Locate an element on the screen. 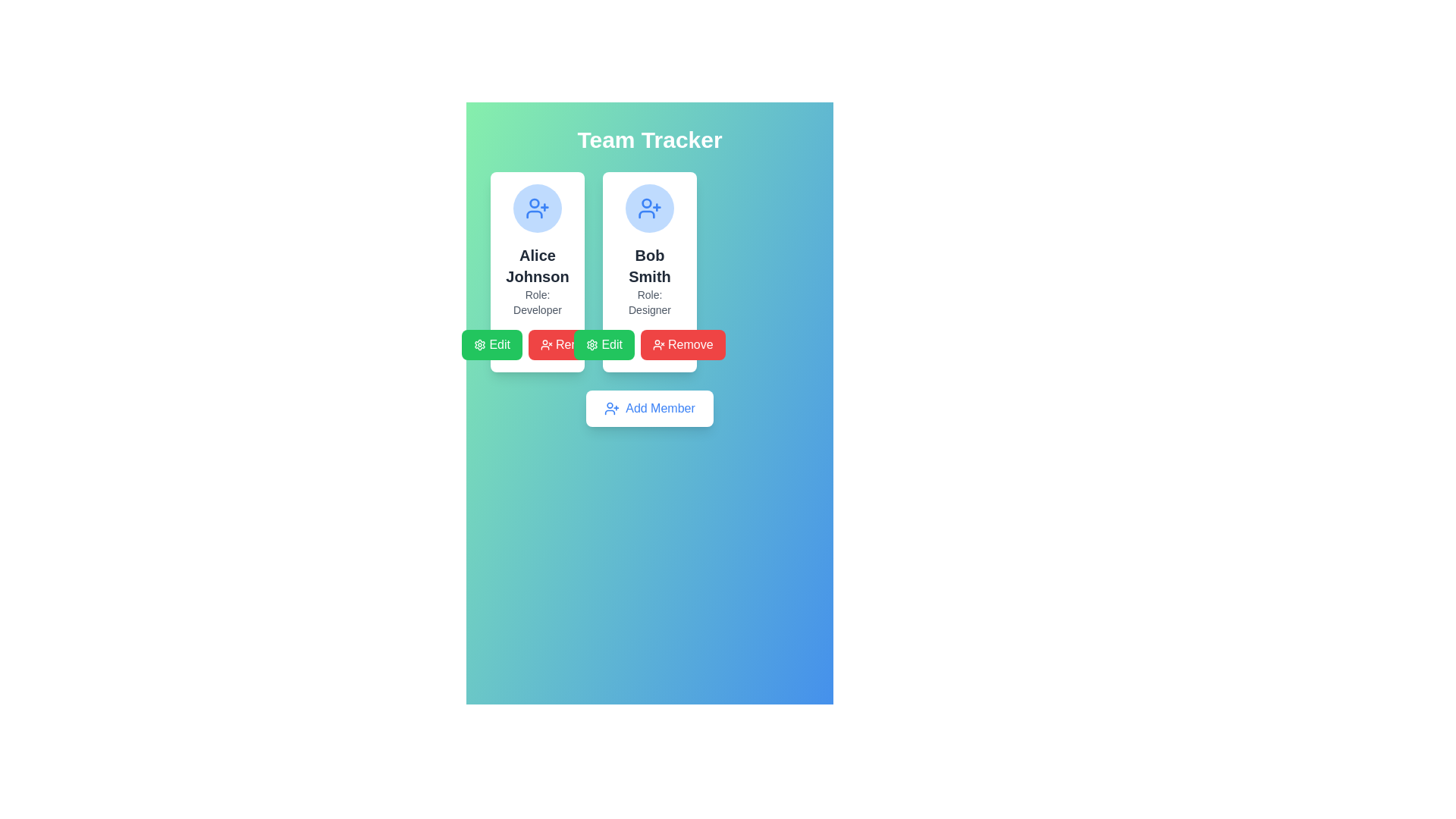 This screenshot has width=1456, height=819. the bold, large-sized text element reading 'Team Tracker' which is centered at the top of a gradient background from green to blue is located at coordinates (650, 140).